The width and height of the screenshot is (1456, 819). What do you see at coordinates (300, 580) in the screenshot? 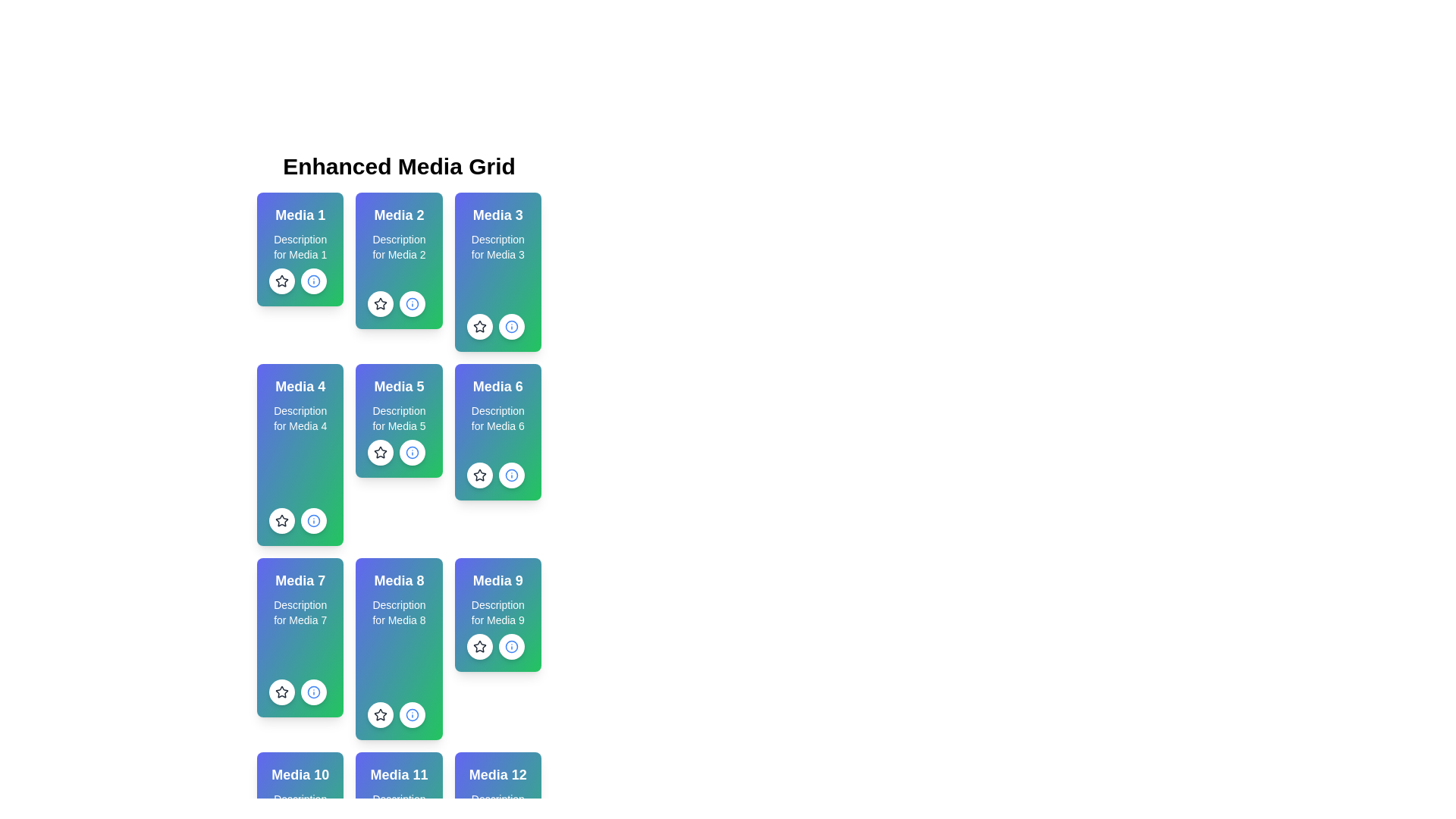
I see `text label located at the top of the card in the second row and first column of the grid layout, which serves as the title or heading for the associated content` at bounding box center [300, 580].